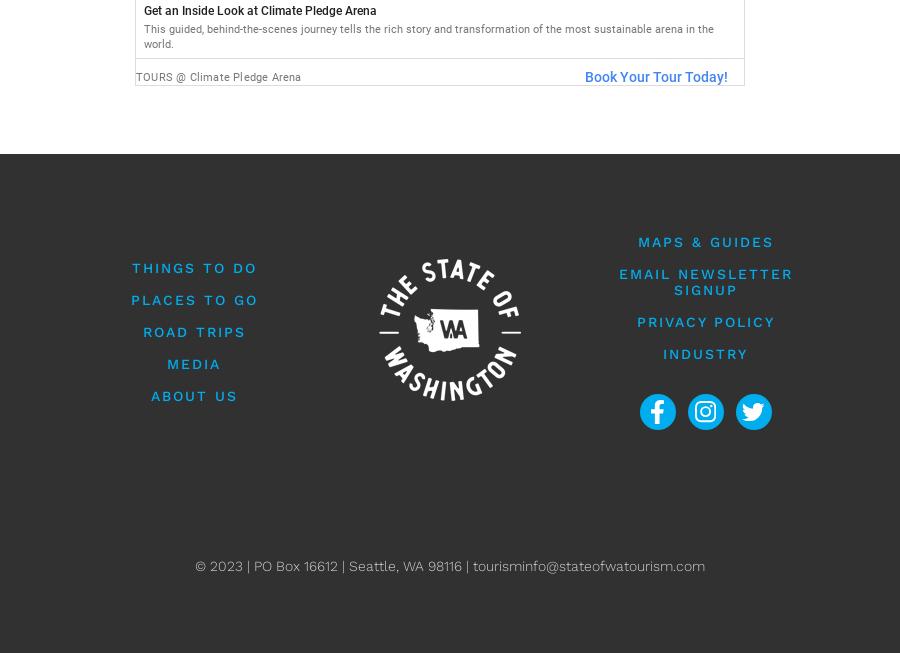 Image resolution: width=900 pixels, height=653 pixels. Describe the element at coordinates (193, 267) in the screenshot. I see `'Things To Do'` at that location.